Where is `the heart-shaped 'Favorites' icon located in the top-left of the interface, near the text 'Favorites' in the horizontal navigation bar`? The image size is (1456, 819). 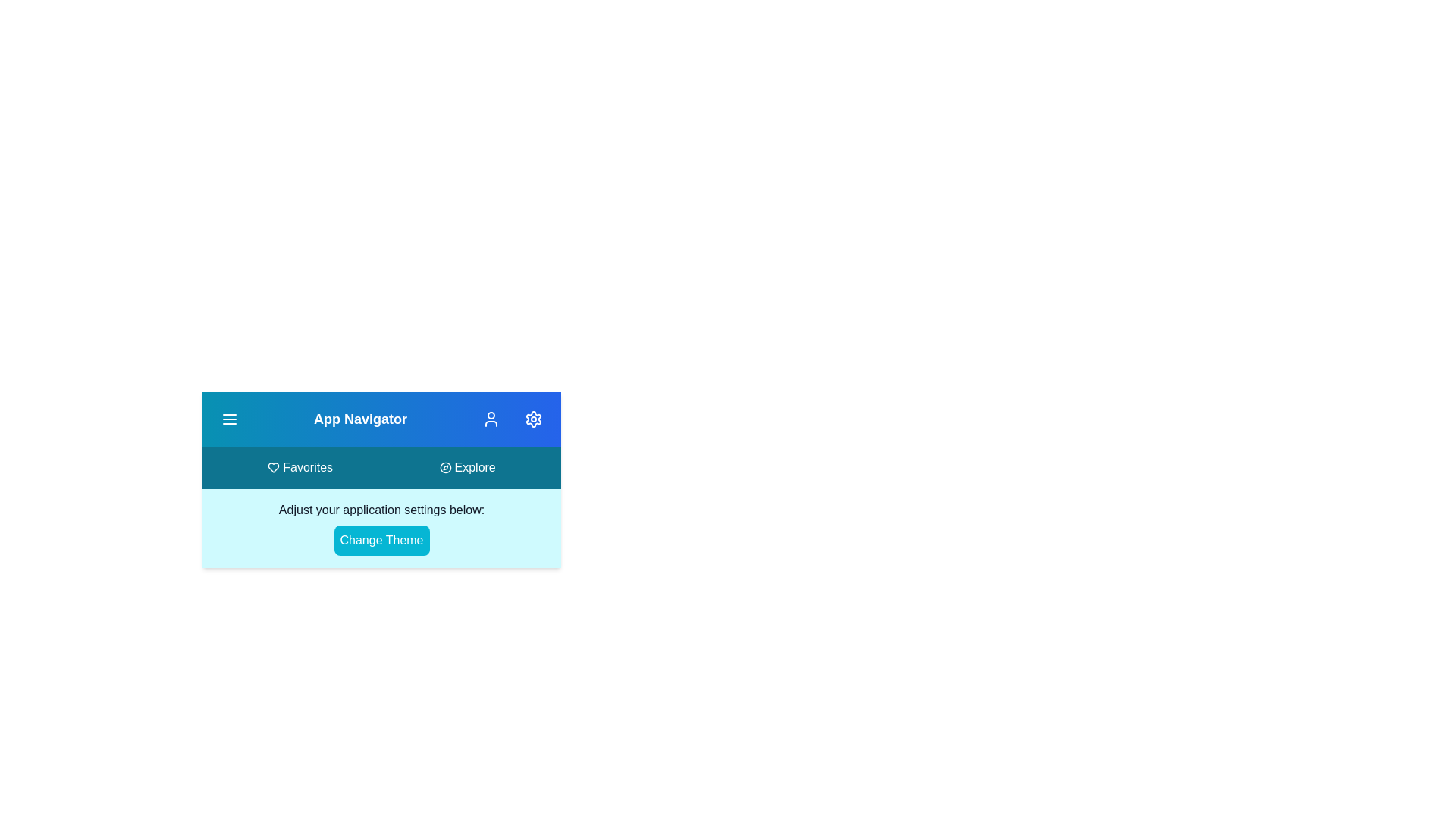 the heart-shaped 'Favorites' icon located in the top-left of the interface, near the text 'Favorites' in the horizontal navigation bar is located at coordinates (274, 467).